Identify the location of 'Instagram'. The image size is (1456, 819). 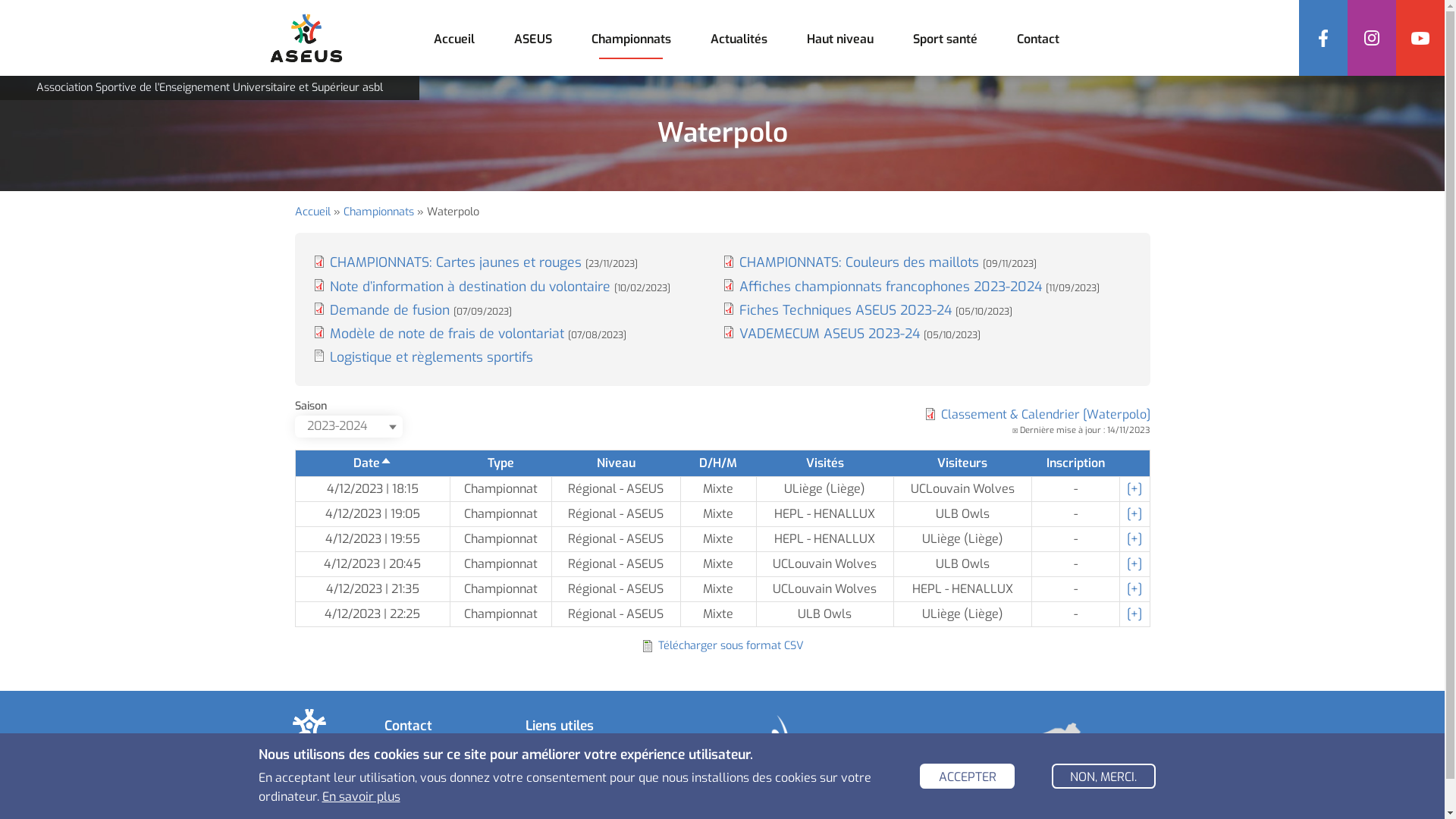
(1372, 37).